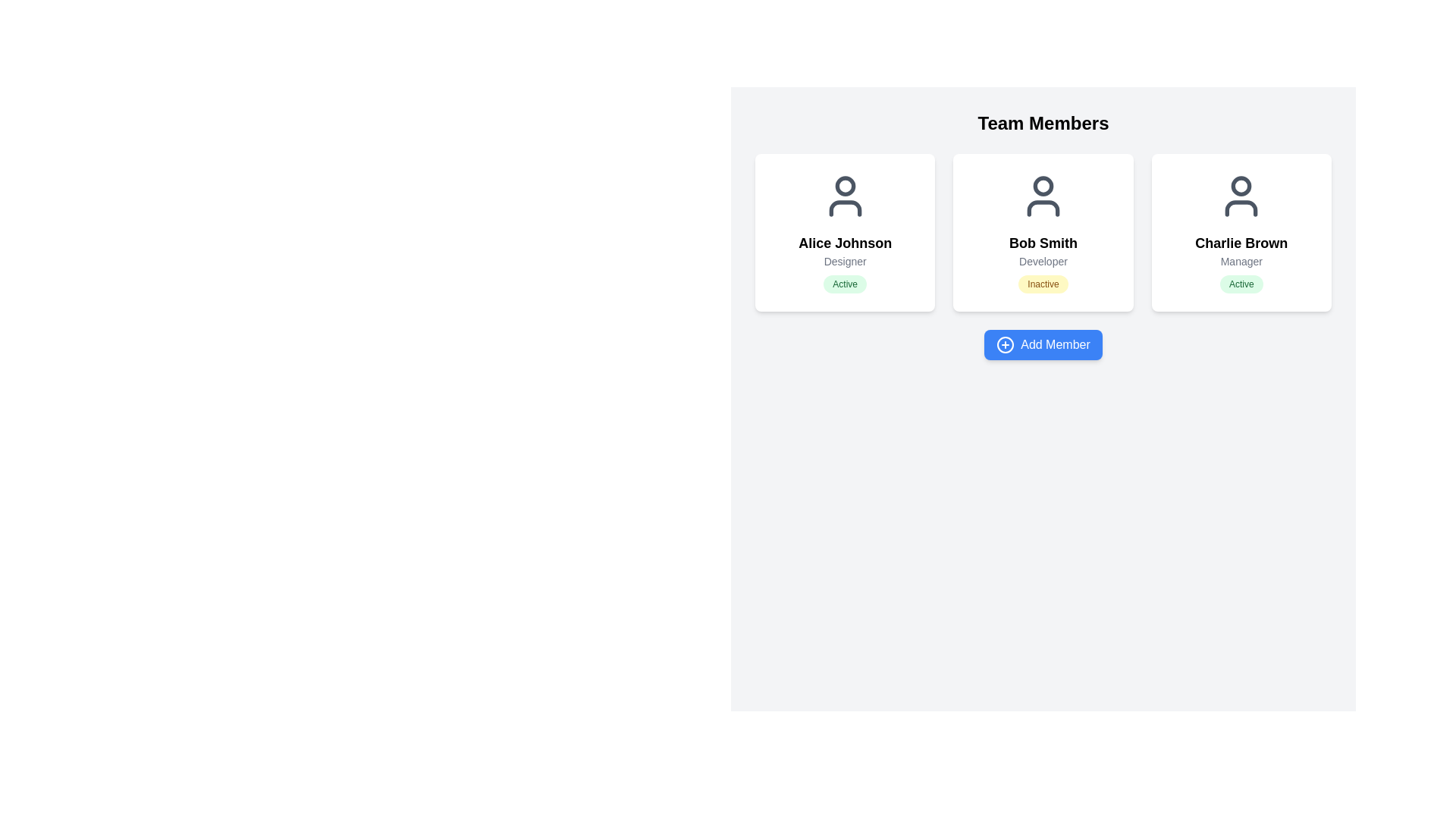  I want to click on the informational badge indicating the status 'Active' for the person associated with the card for 'Alice Johnson', positioned at the bottom of the card, so click(844, 284).